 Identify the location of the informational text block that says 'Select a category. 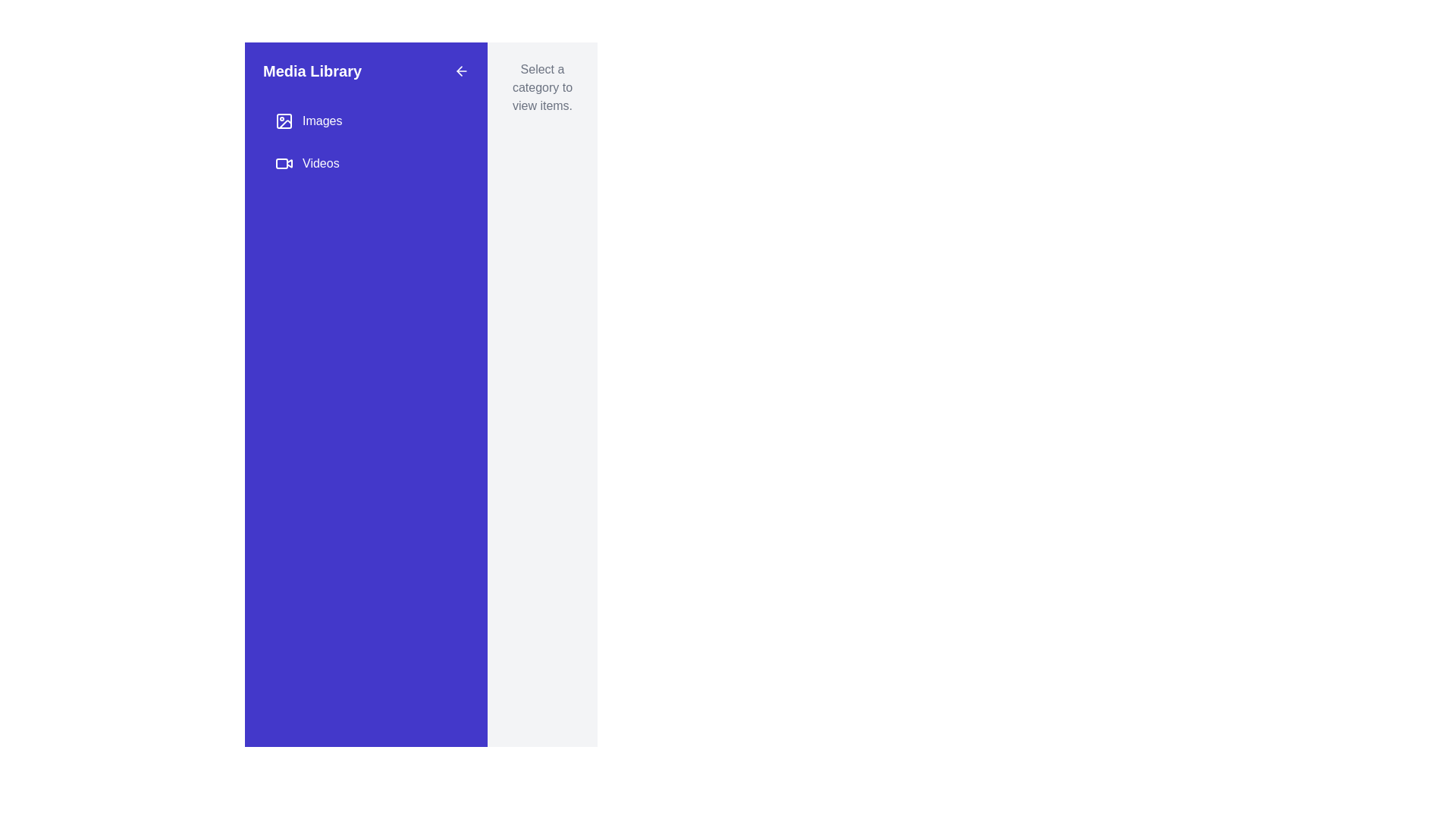
(542, 87).